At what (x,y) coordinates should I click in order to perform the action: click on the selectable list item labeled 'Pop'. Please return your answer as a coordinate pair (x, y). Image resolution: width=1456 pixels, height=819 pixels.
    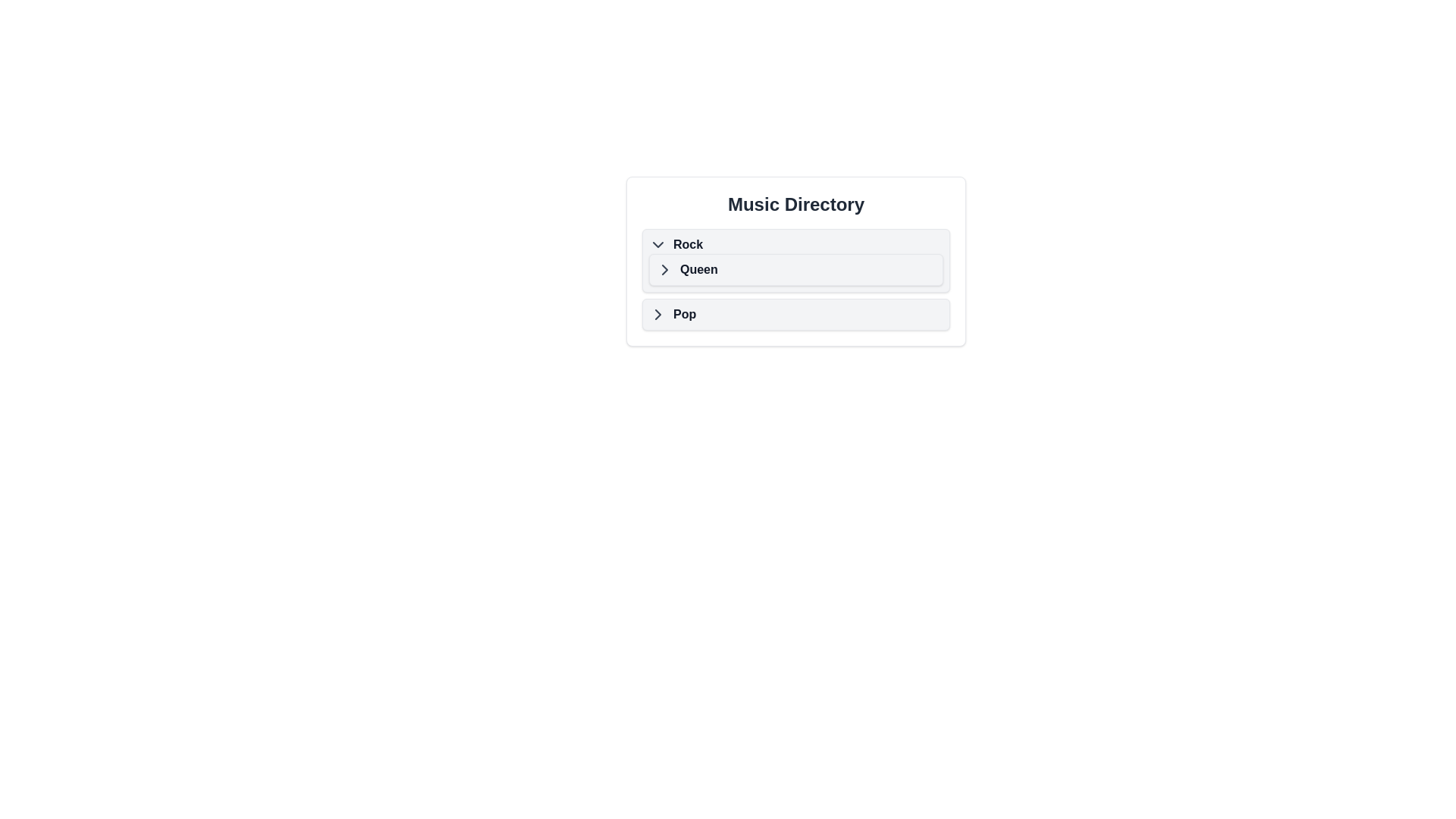
    Looking at the image, I should click on (795, 314).